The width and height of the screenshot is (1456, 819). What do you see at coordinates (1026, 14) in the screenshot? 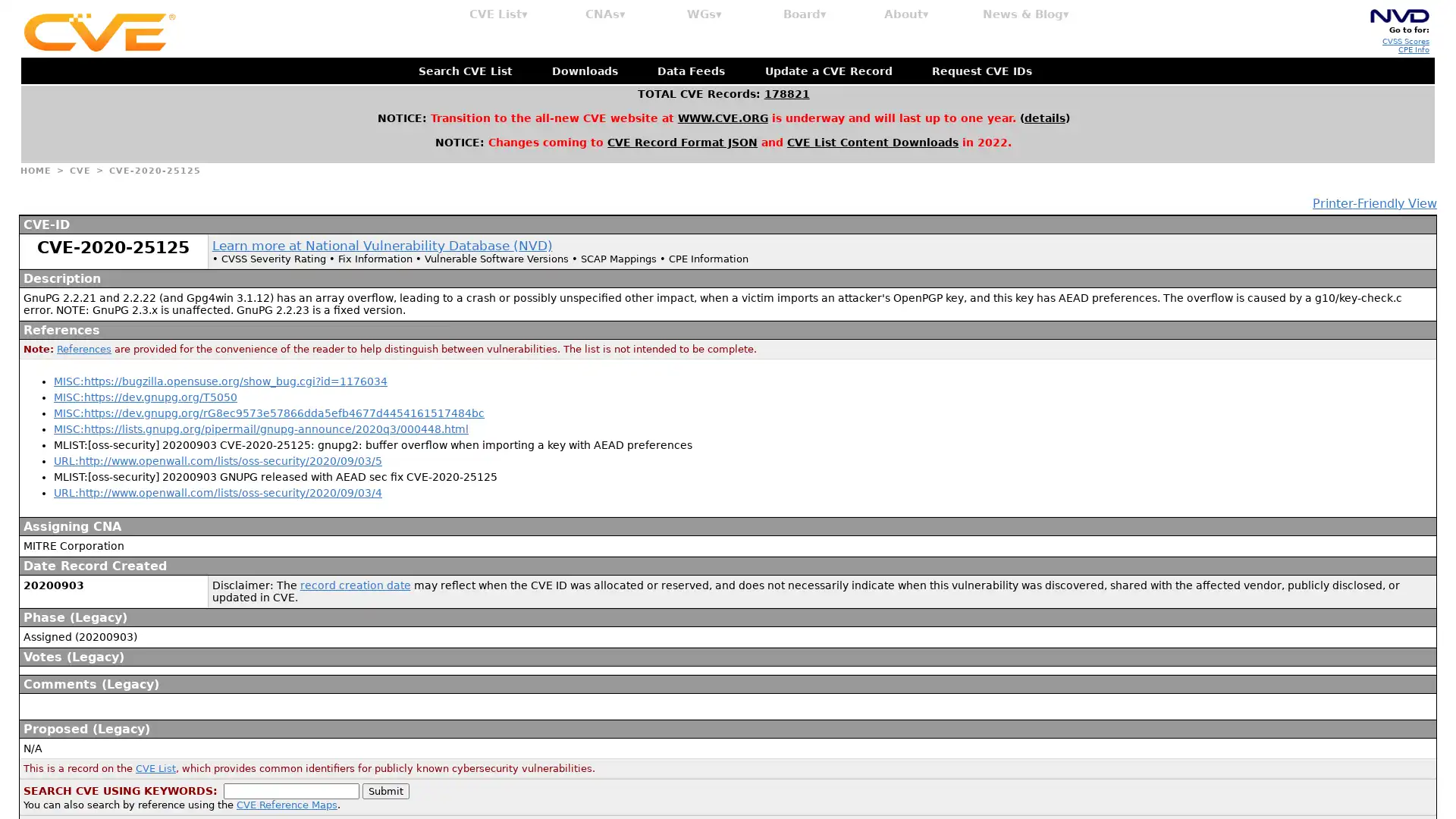
I see `News & Blog` at bounding box center [1026, 14].